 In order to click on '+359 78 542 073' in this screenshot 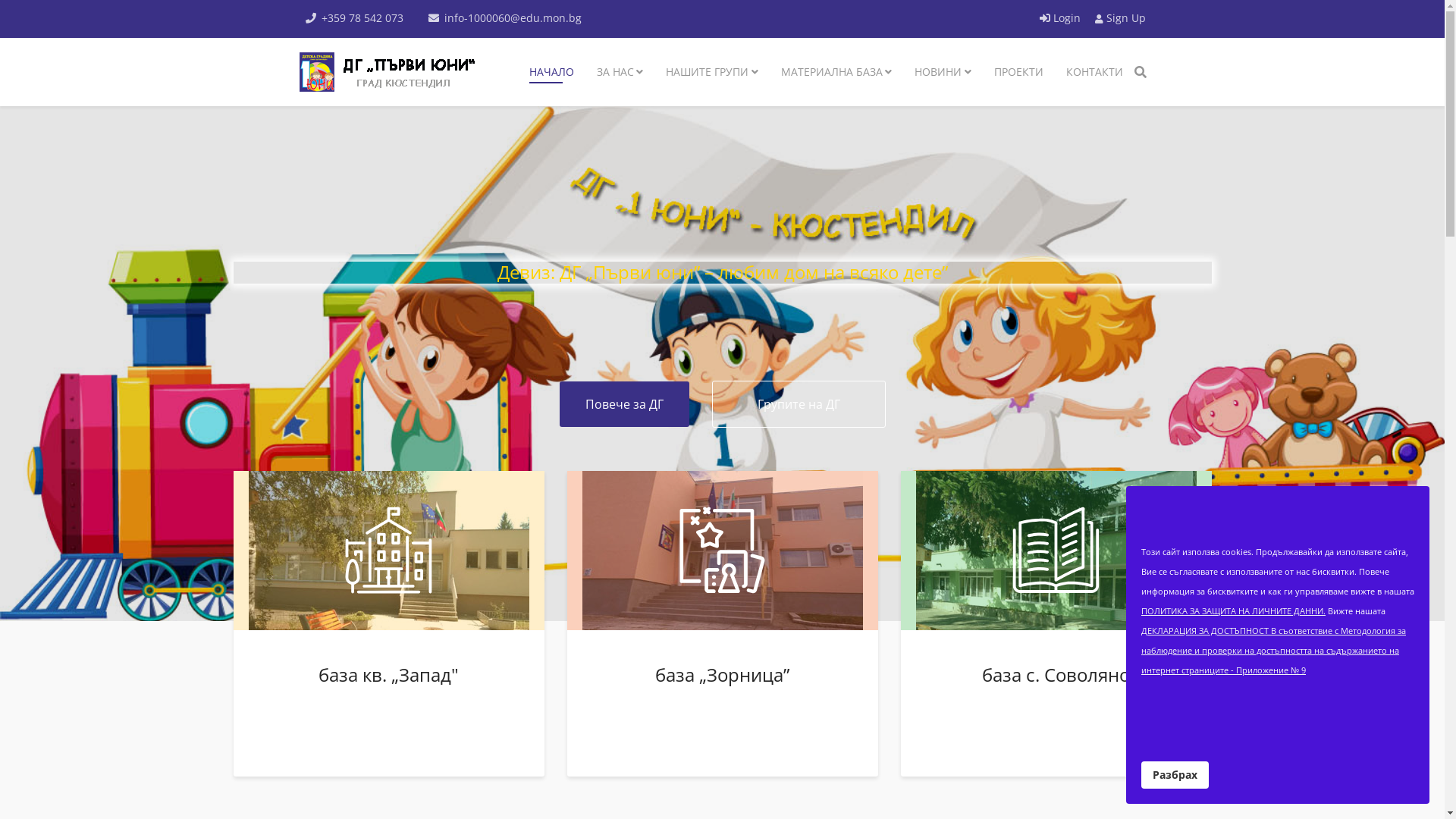, I will do `click(362, 17)`.